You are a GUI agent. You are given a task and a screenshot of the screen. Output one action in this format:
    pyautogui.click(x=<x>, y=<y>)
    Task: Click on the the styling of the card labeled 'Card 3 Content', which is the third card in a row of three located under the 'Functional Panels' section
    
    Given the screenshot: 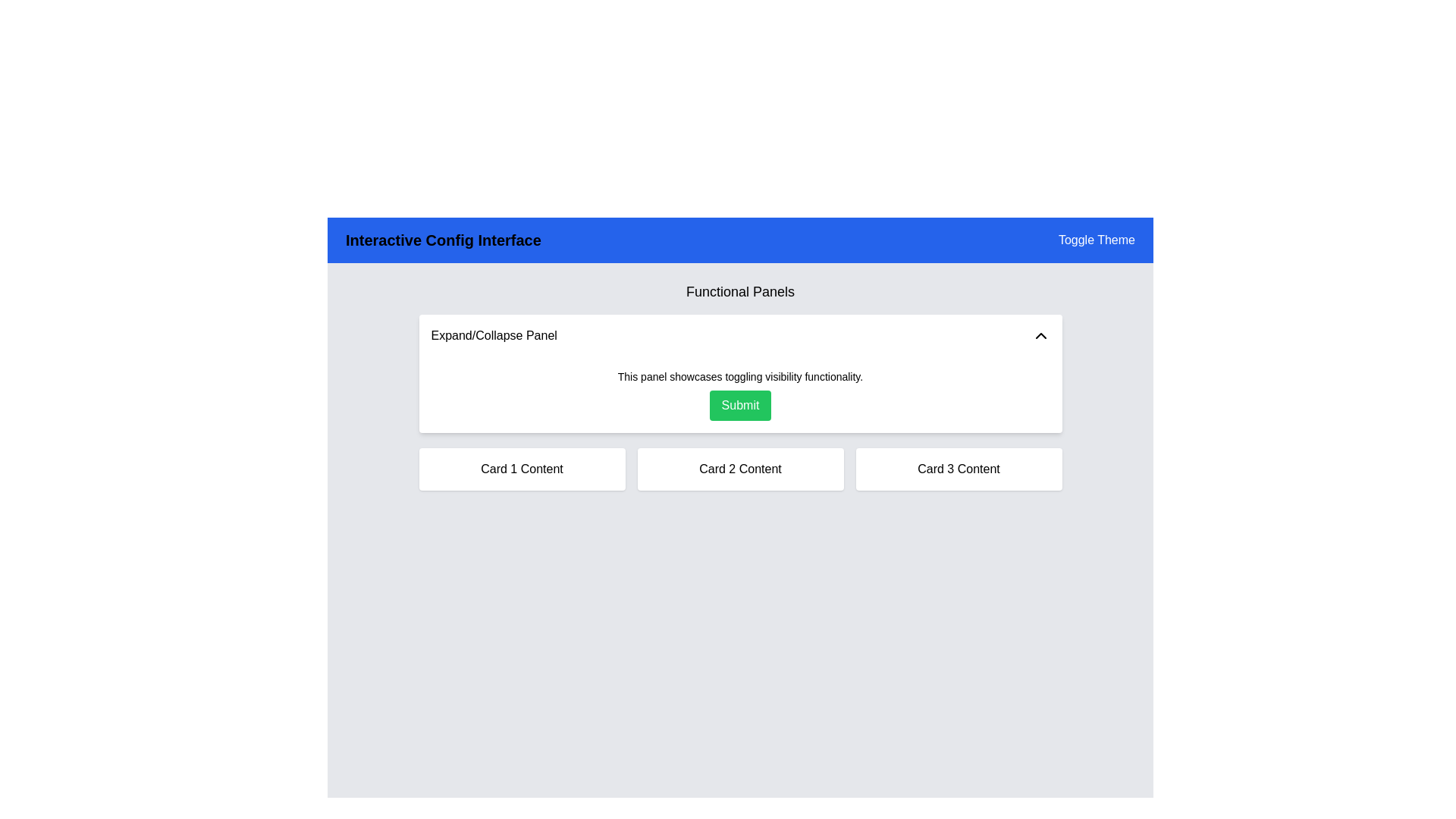 What is the action you would take?
    pyautogui.click(x=958, y=468)
    